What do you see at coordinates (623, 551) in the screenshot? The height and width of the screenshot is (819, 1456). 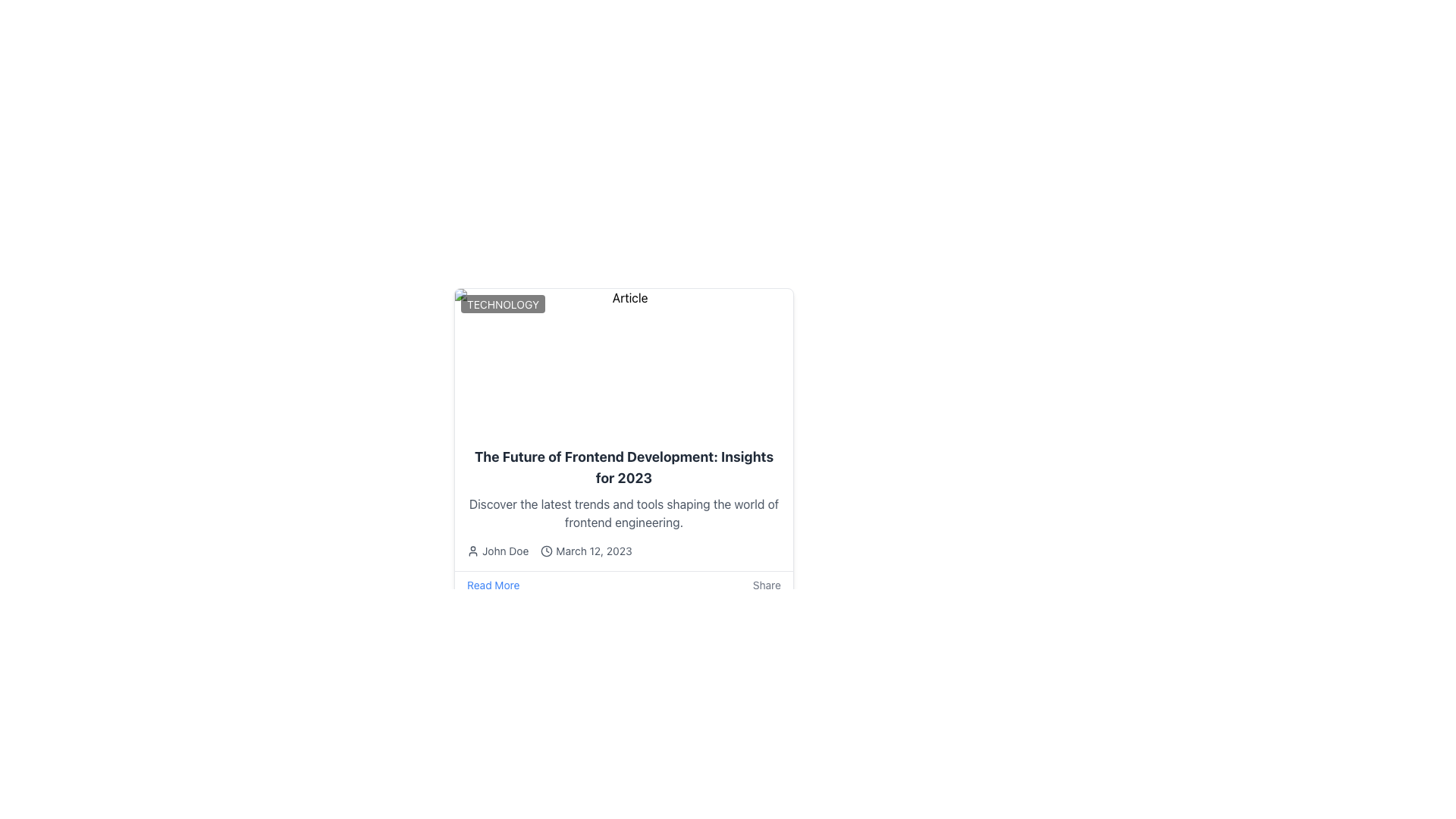 I see `the informational text element displaying the author's name 'John Doe' and the publication date 'March 12, 2023', which is styled in gray font and located below the article title and summary text` at bounding box center [623, 551].